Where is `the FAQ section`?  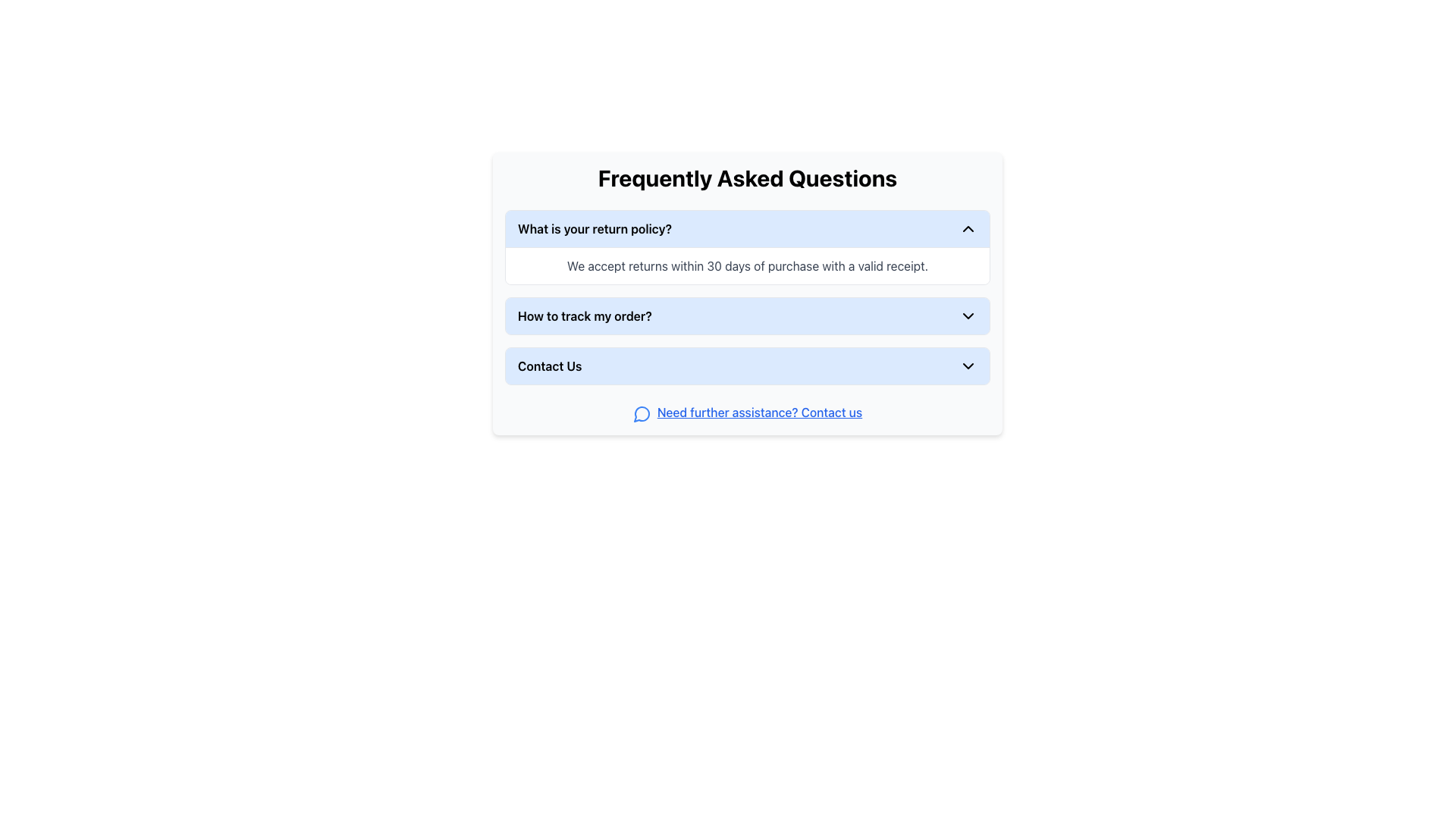 the FAQ section is located at coordinates (747, 177).